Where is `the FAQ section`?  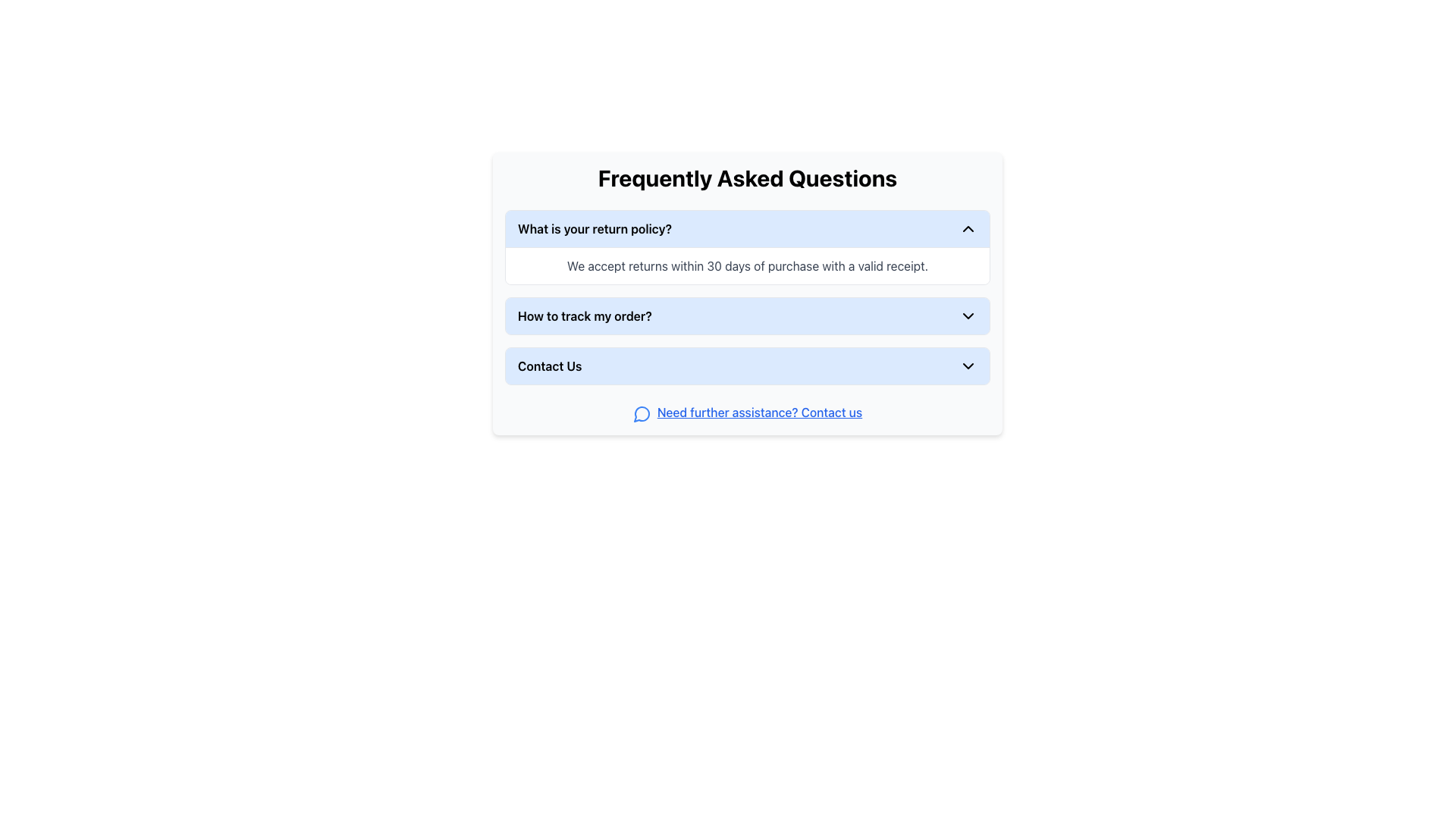 the FAQ section is located at coordinates (747, 177).